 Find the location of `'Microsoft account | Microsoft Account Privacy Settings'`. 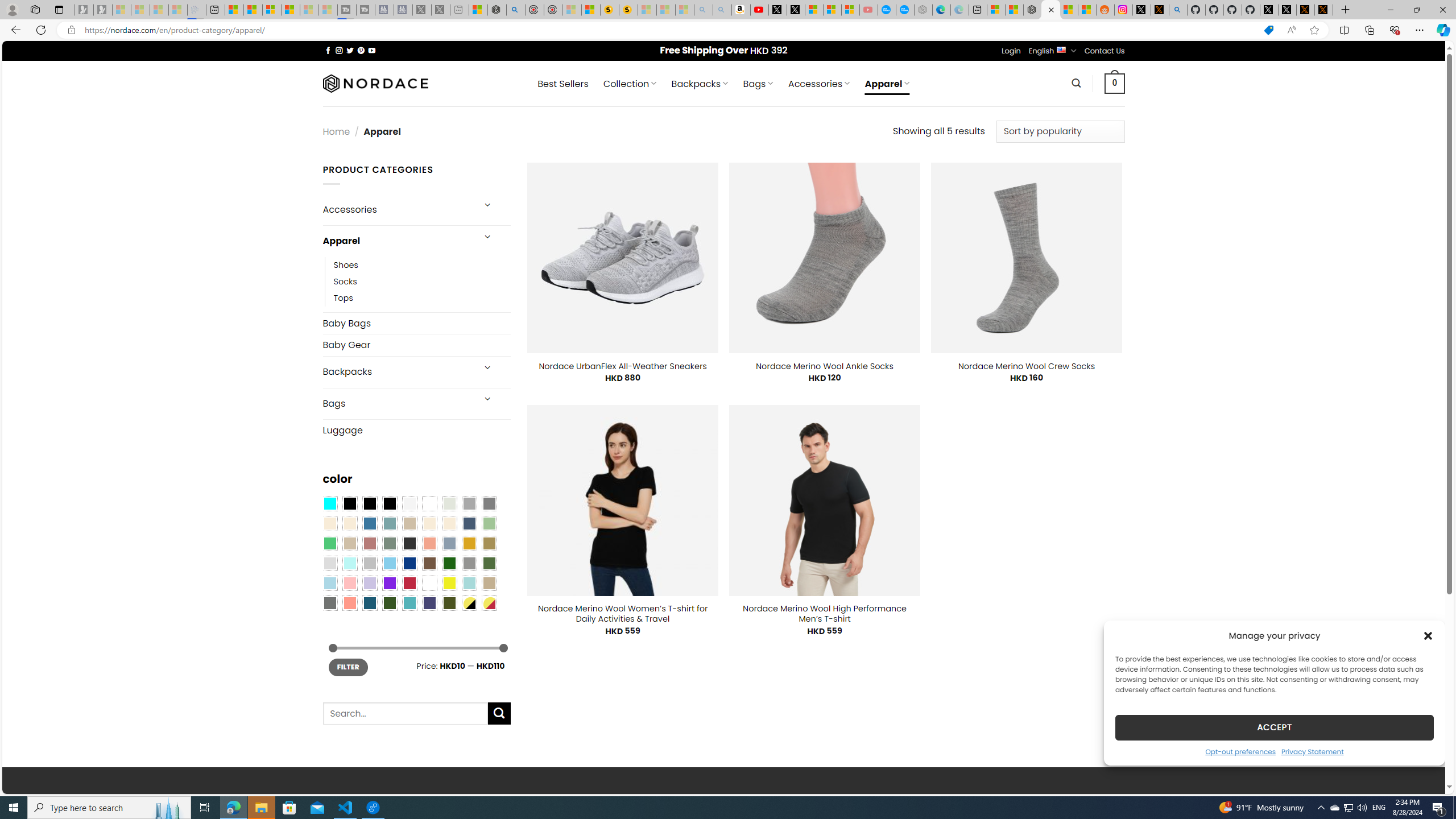

'Microsoft account | Microsoft Account Privacy Settings' is located at coordinates (996, 9).